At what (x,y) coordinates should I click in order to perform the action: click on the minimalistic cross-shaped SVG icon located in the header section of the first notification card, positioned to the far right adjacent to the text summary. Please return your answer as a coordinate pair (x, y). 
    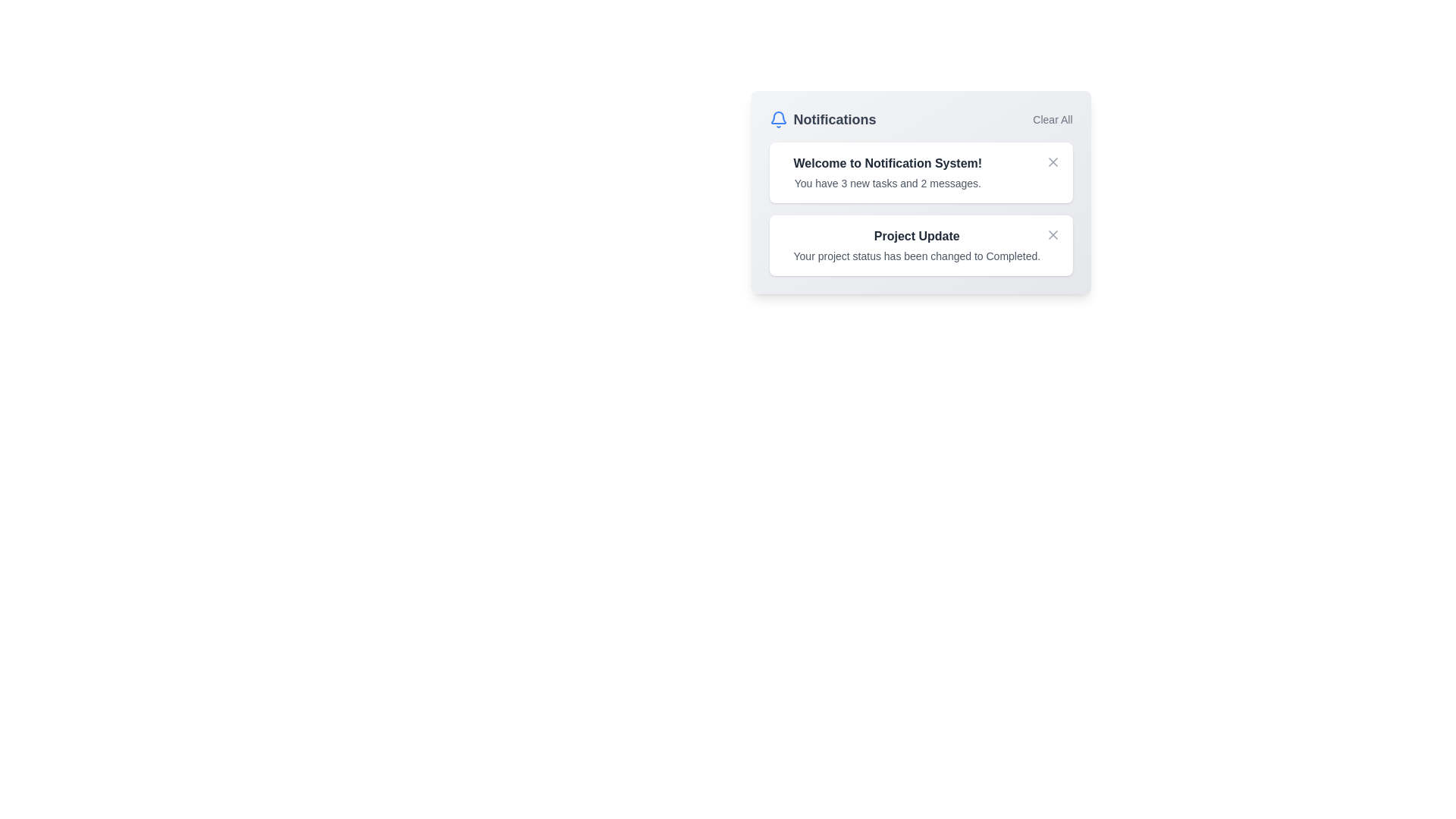
    Looking at the image, I should click on (1052, 162).